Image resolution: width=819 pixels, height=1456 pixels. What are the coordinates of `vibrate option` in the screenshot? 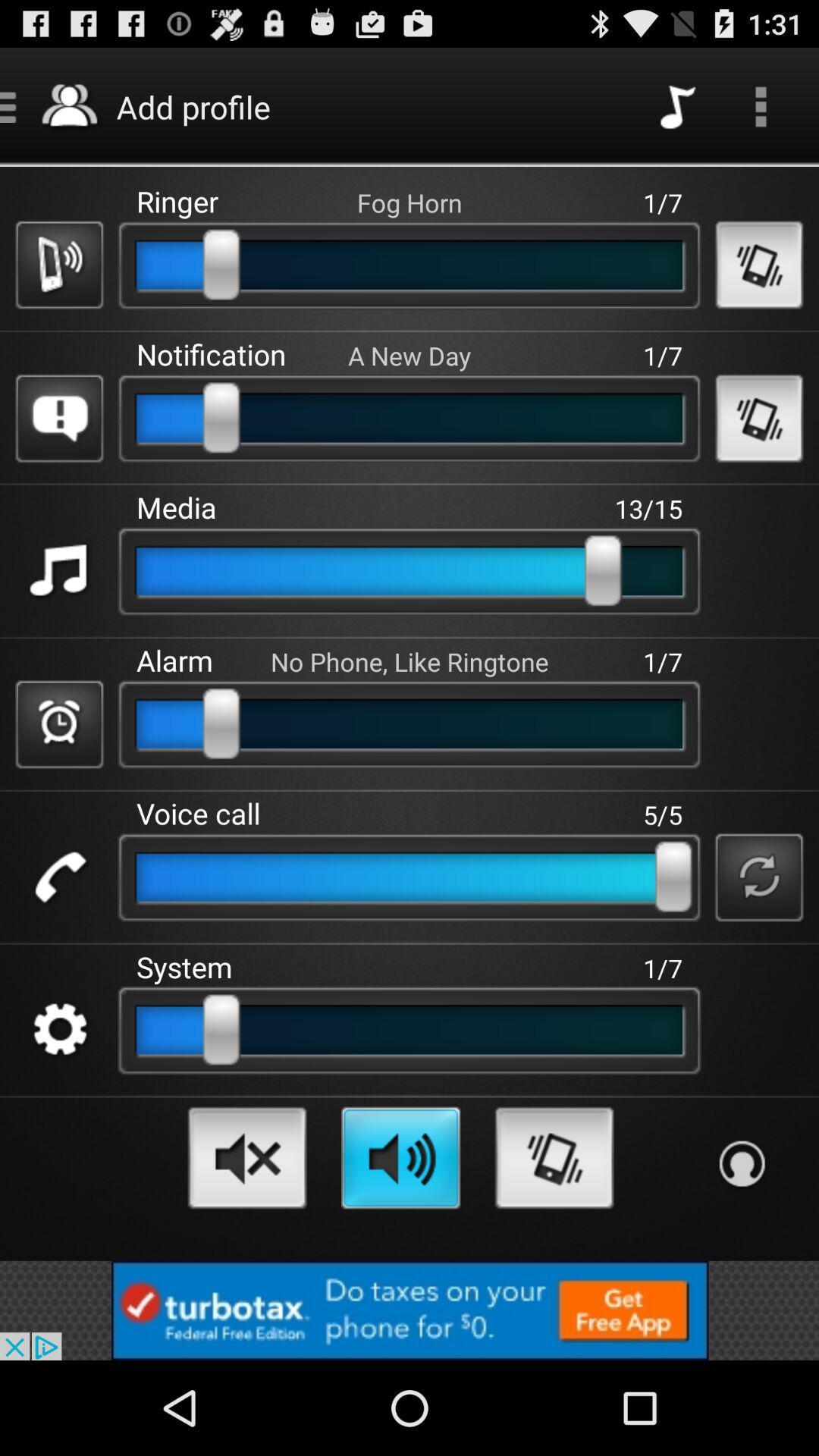 It's located at (554, 1156).